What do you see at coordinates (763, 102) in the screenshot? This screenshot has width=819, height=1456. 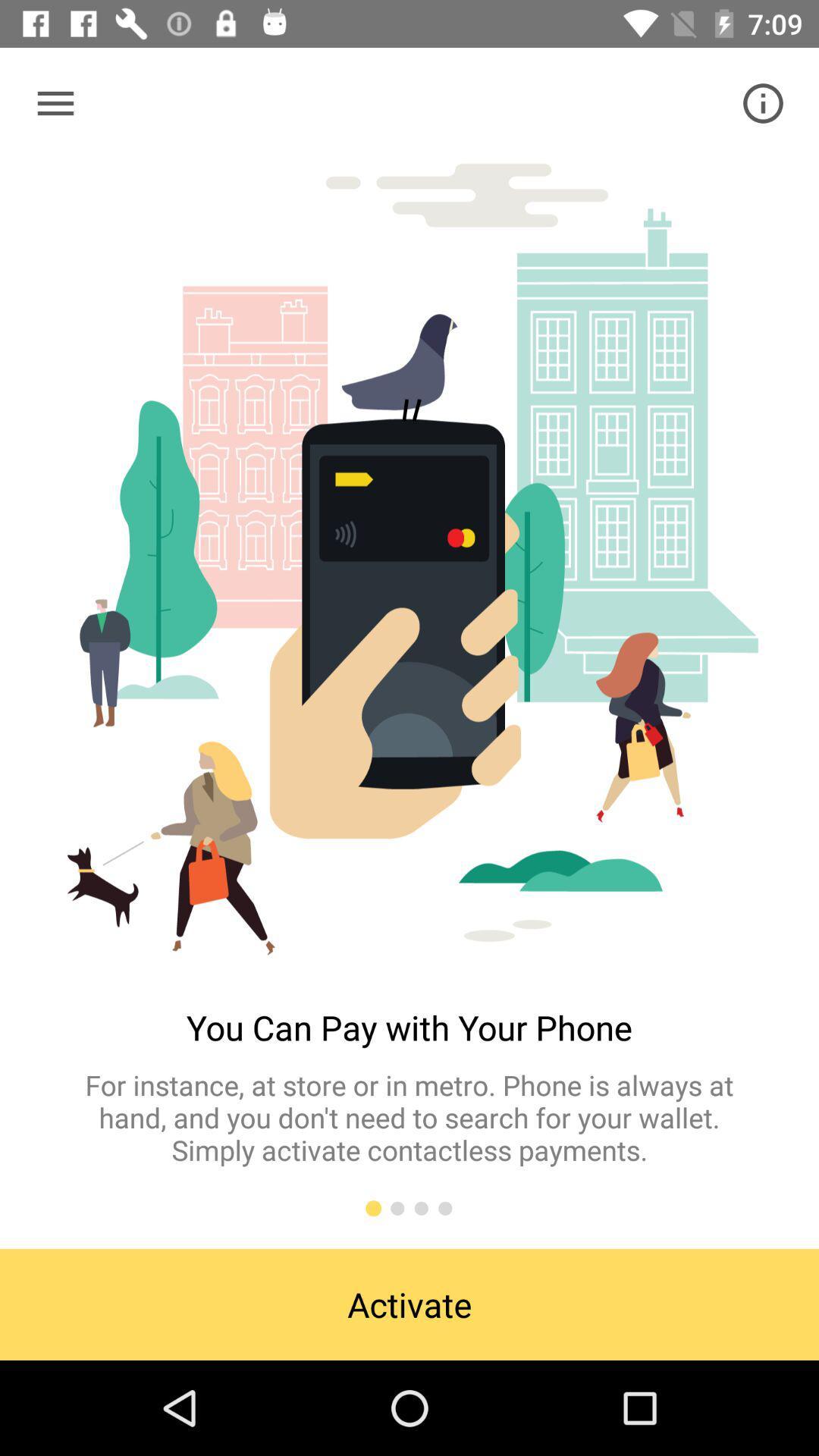 I see `the info icon` at bounding box center [763, 102].